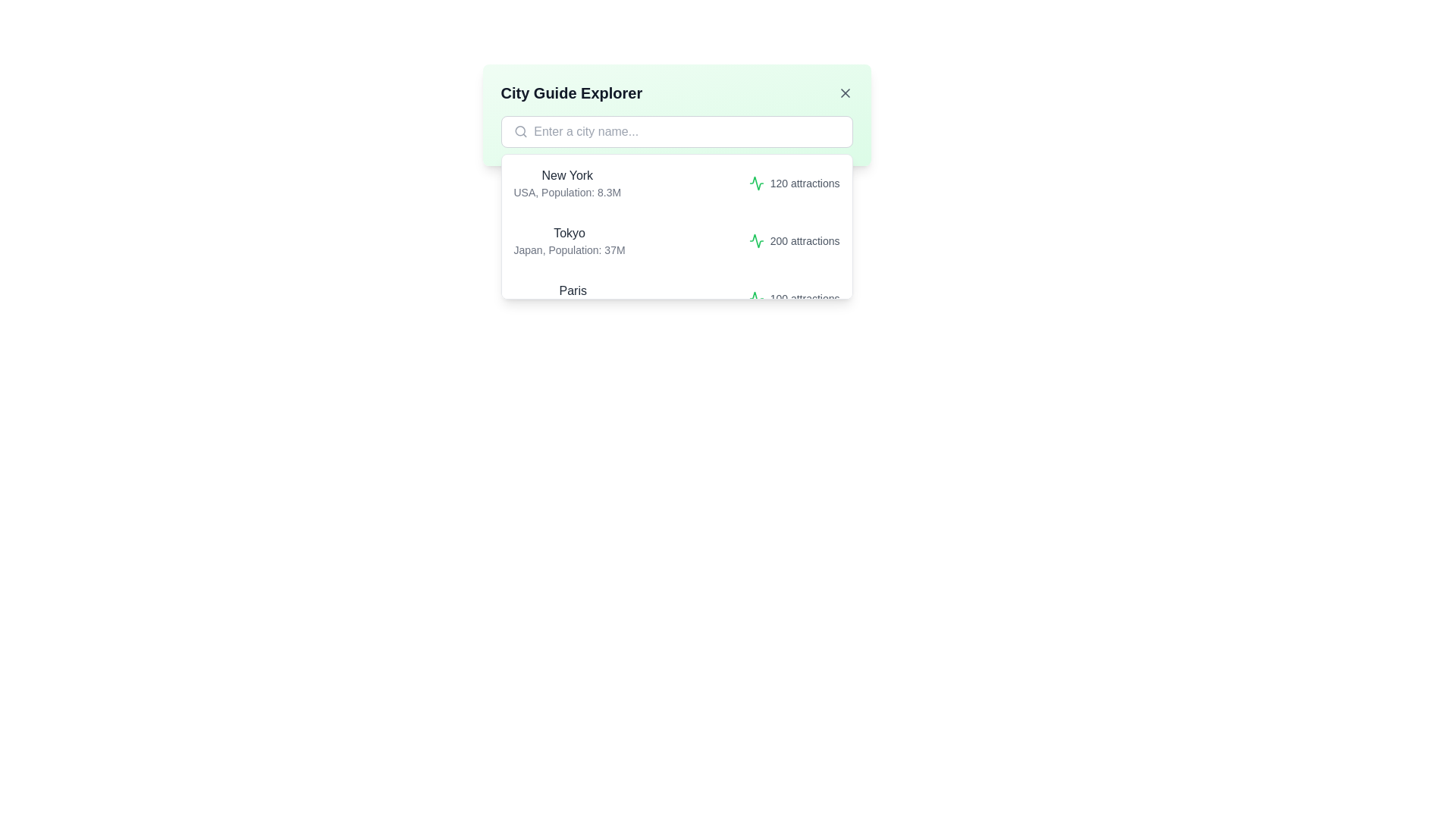 This screenshot has height=819, width=1456. I want to click on the Text label displaying '100 attractions' located at the bottom of the Paris city details panel, which includes a green activity graph icon to its left, so click(793, 298).